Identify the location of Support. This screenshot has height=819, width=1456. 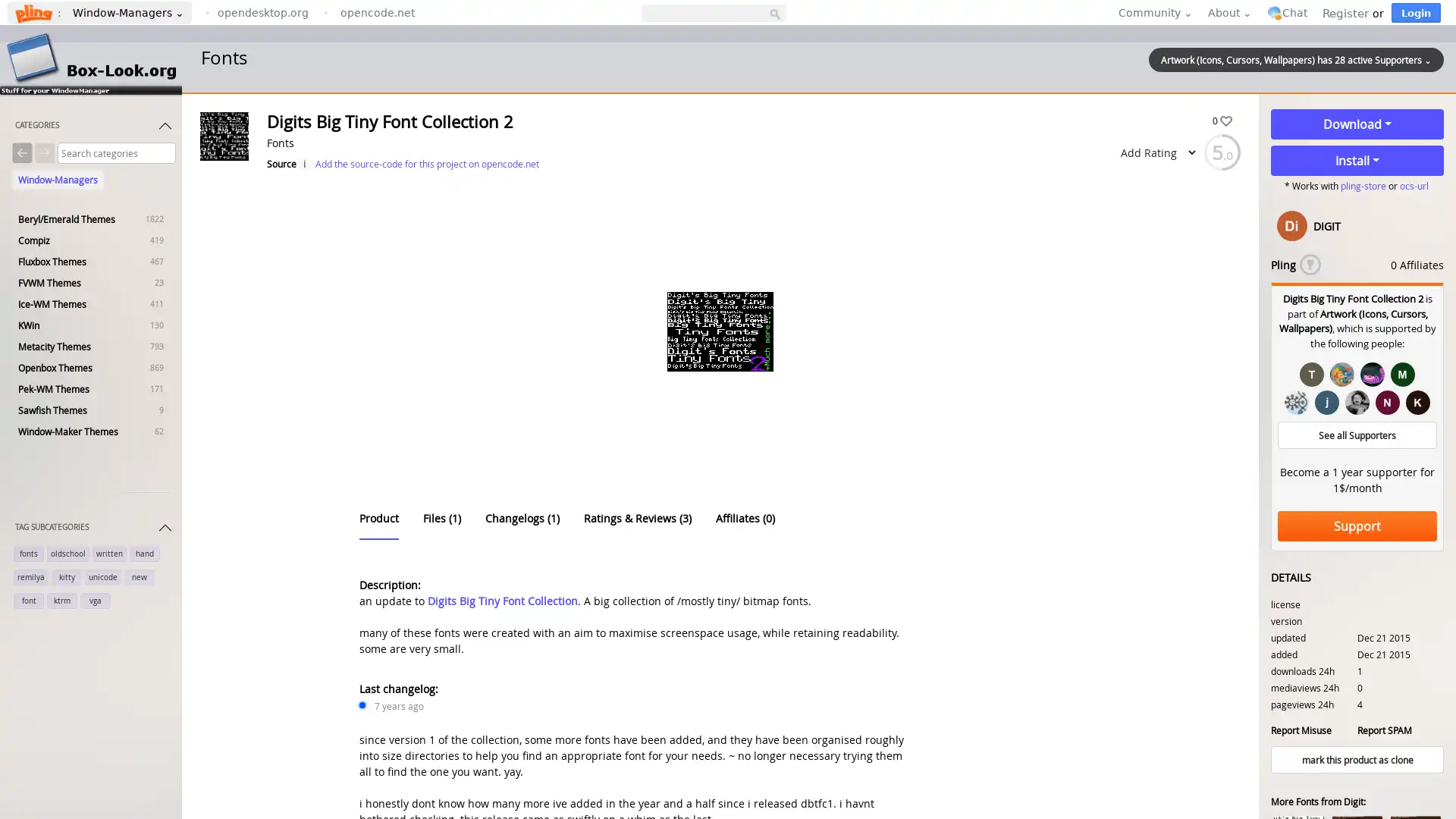
(1357, 526).